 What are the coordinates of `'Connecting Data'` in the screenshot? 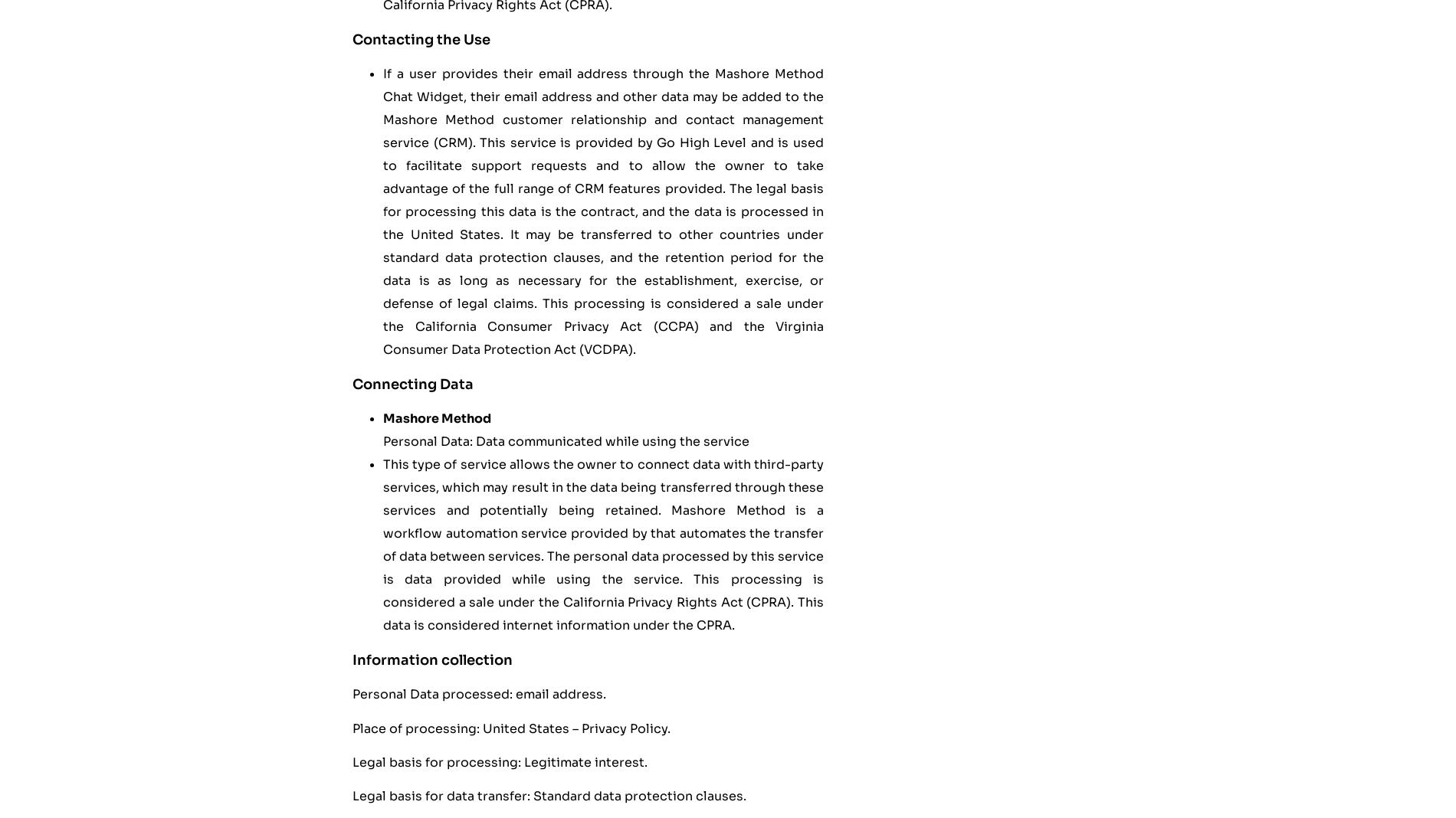 It's located at (413, 384).